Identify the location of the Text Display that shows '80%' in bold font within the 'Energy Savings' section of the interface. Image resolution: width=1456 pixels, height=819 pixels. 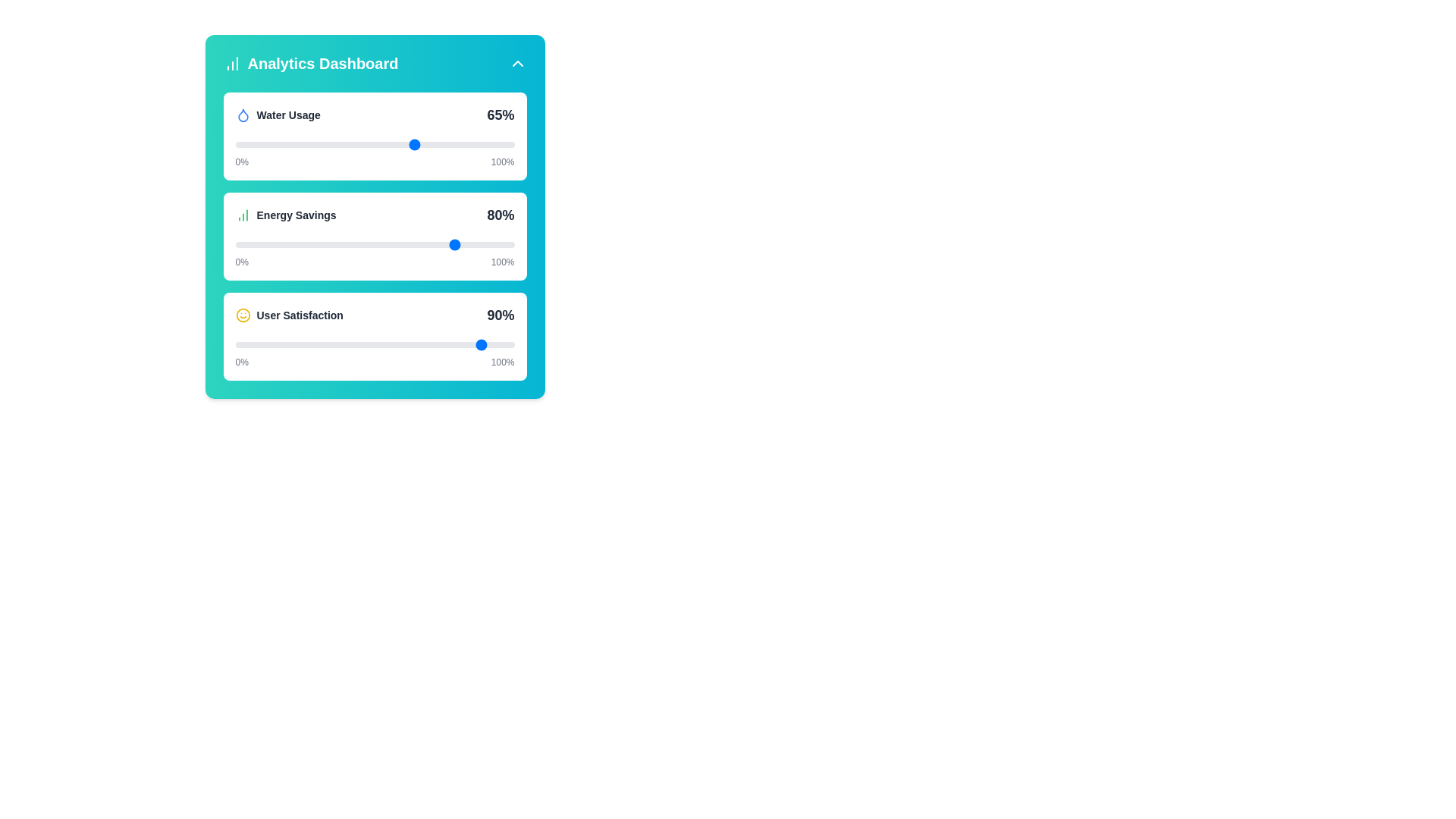
(500, 215).